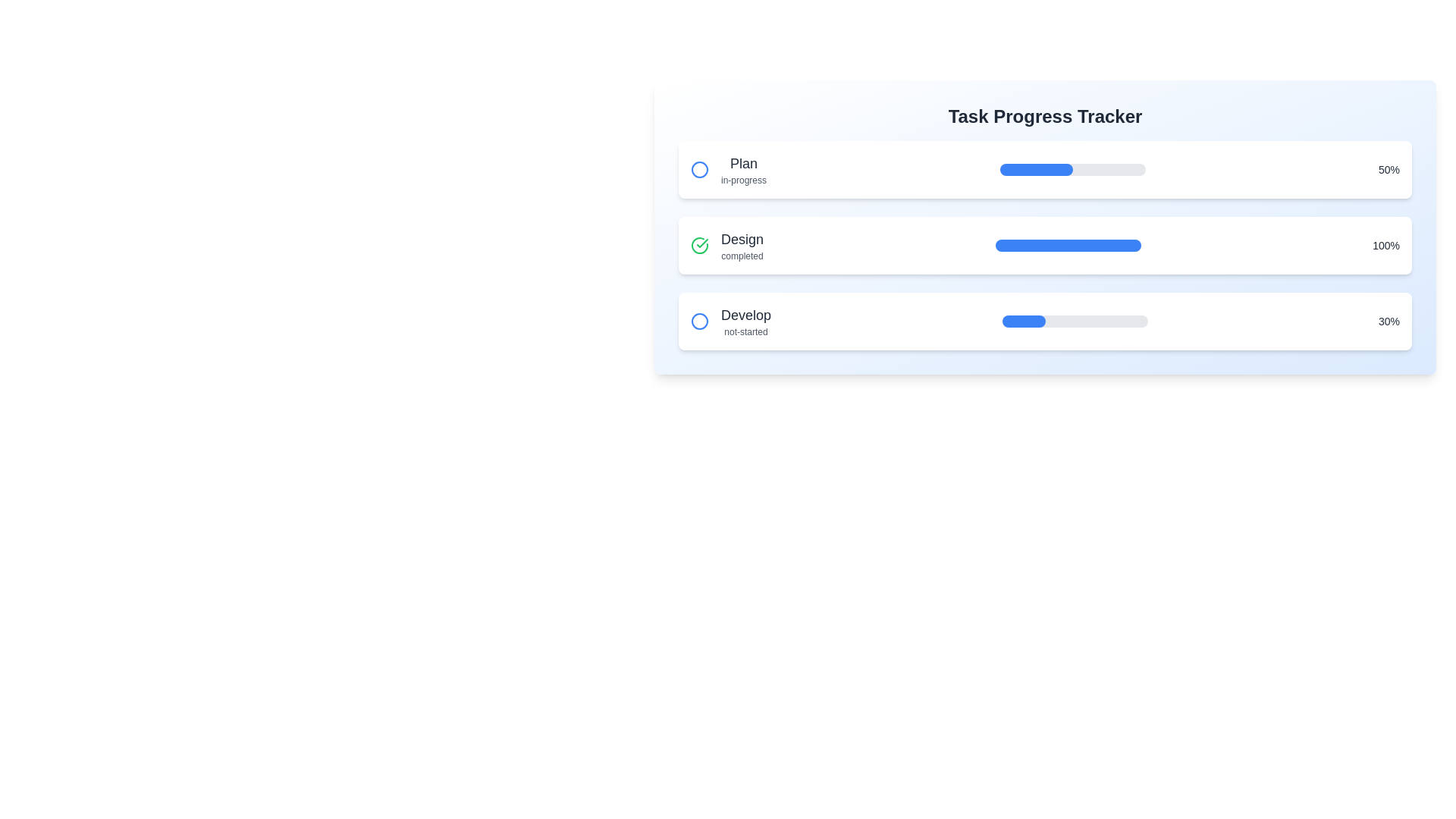 This screenshot has height=819, width=1456. Describe the element at coordinates (1035, 169) in the screenshot. I see `the progress of the 50% filled segment of the progress bar in the 'Task Progress Tracker' interface` at that location.